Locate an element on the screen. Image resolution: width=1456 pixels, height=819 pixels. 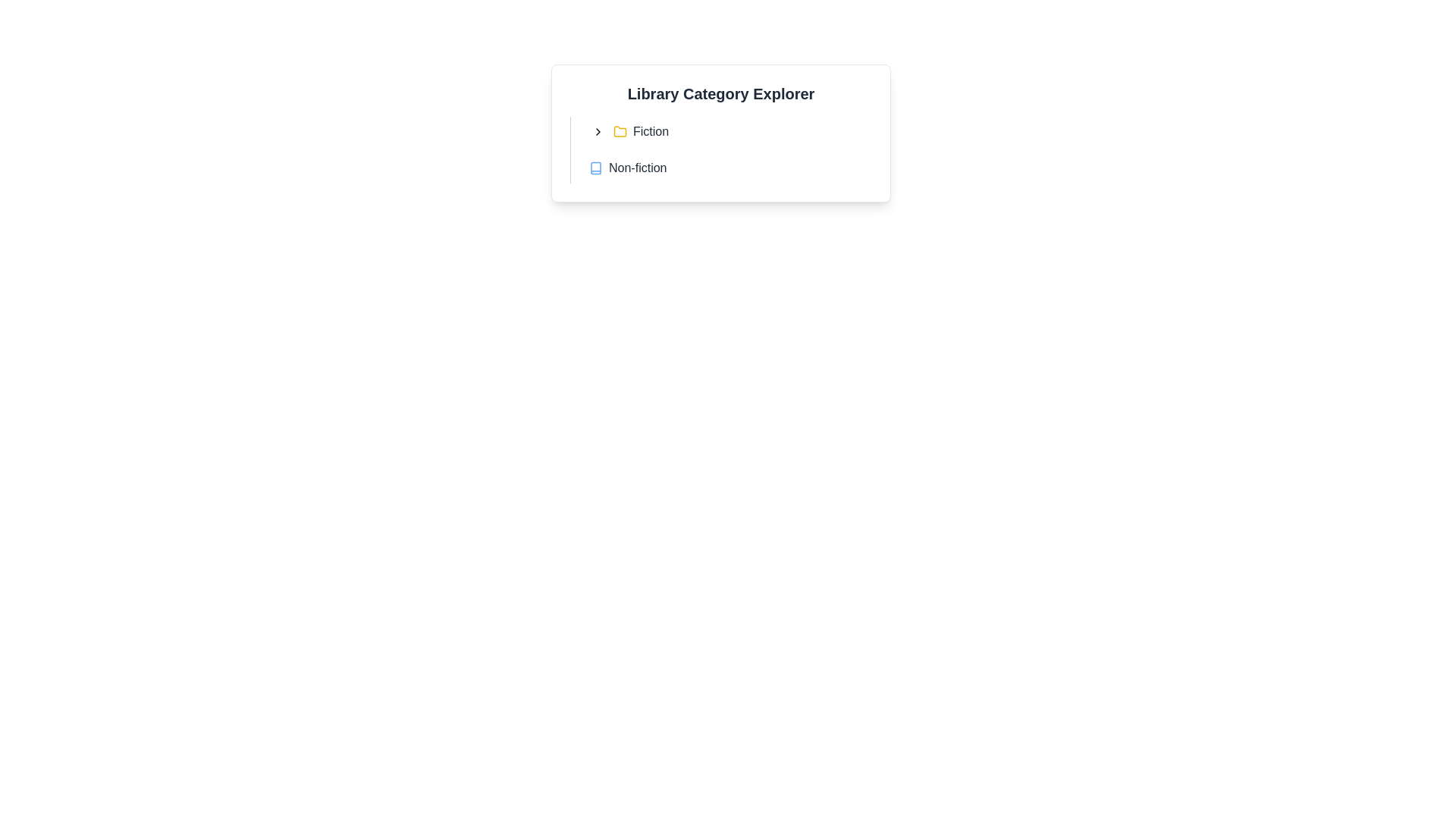
the 'Non-fiction' category icon located to the left of the 'Non-fiction' text label is located at coordinates (595, 168).